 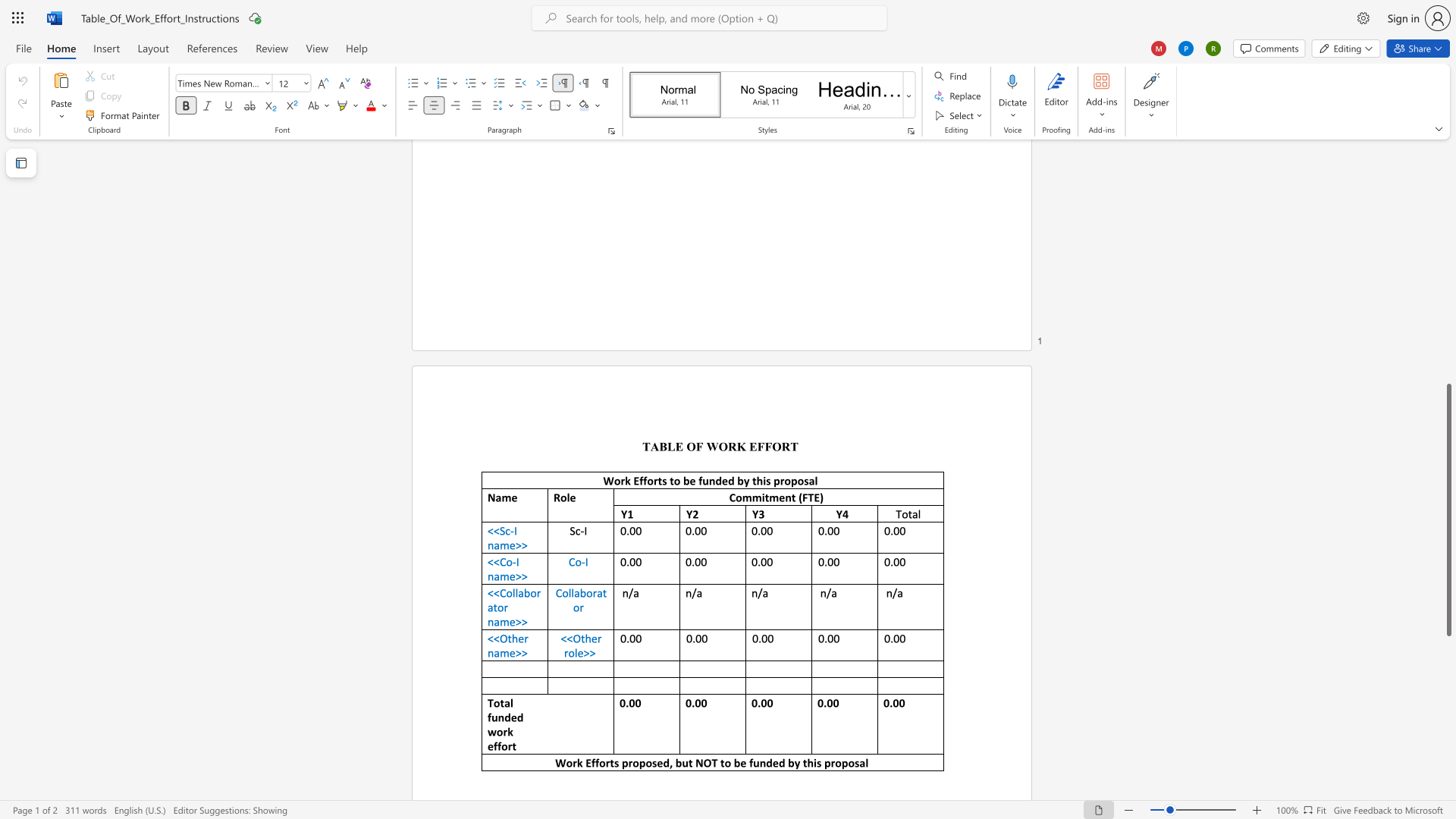 What do you see at coordinates (1448, 295) in the screenshot?
I see `the scrollbar on the right to move the page upward` at bounding box center [1448, 295].